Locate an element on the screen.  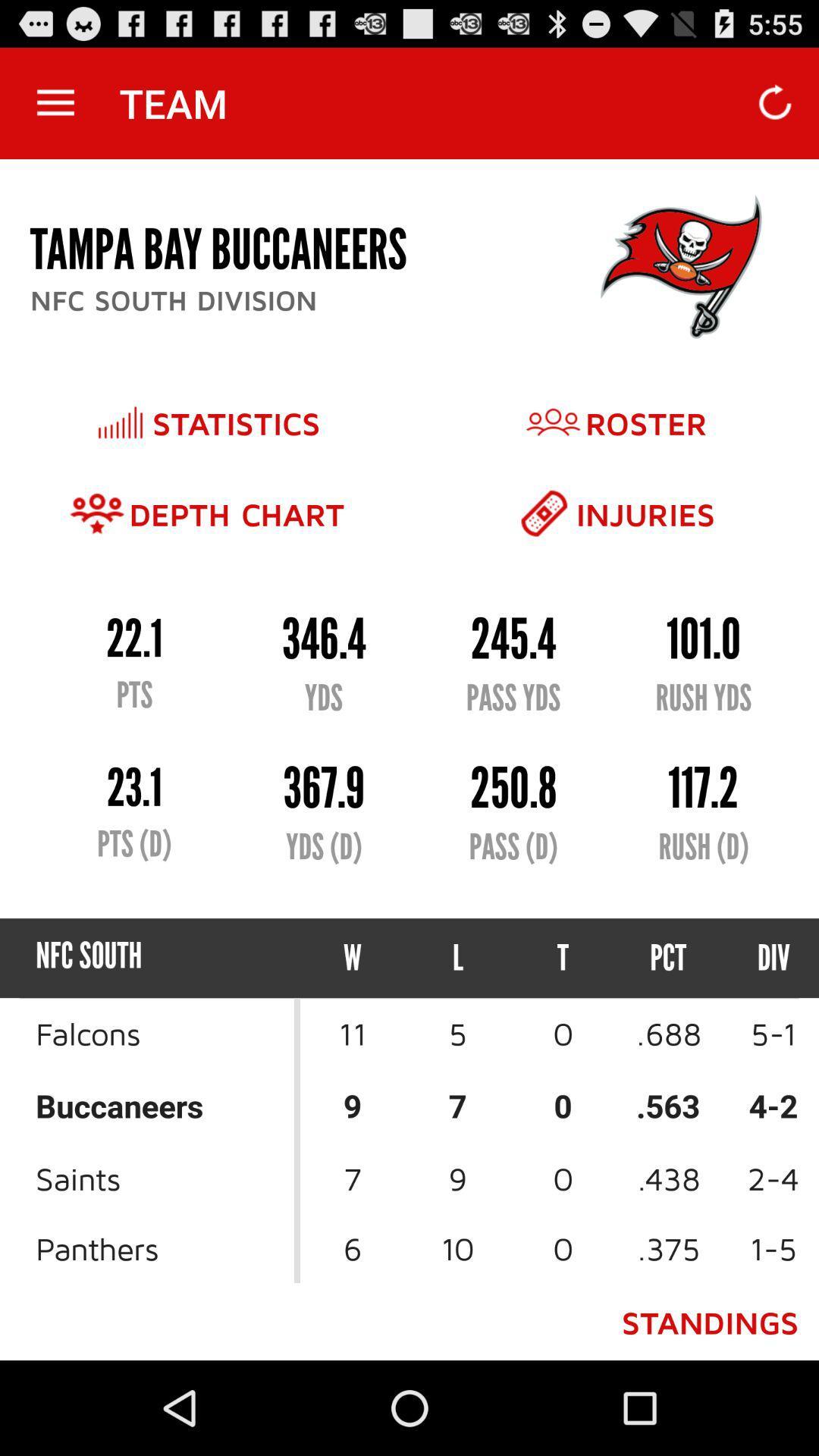
item above tampa bay buccaneers is located at coordinates (55, 102).